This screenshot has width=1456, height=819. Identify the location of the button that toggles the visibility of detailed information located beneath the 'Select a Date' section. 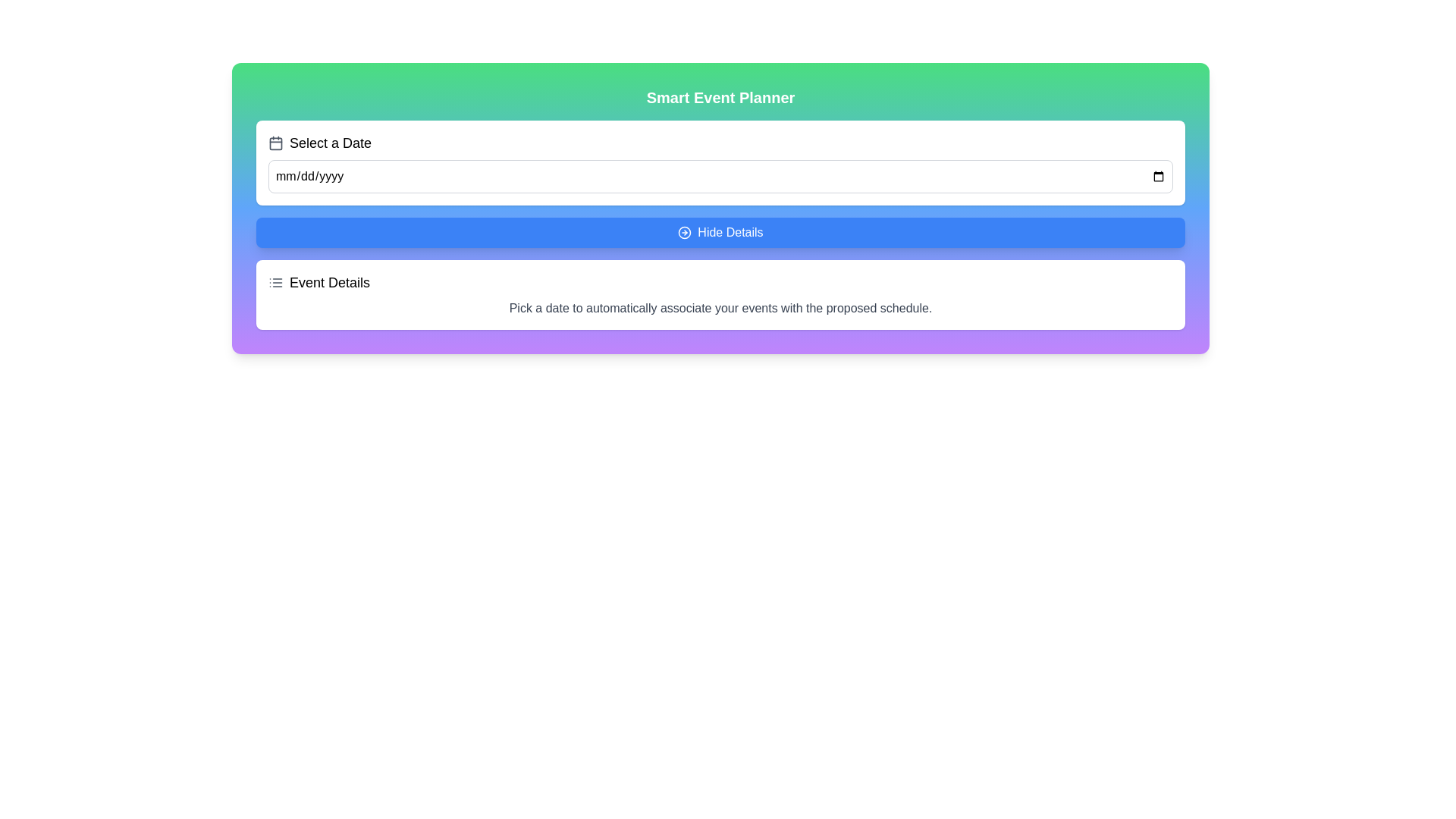
(720, 233).